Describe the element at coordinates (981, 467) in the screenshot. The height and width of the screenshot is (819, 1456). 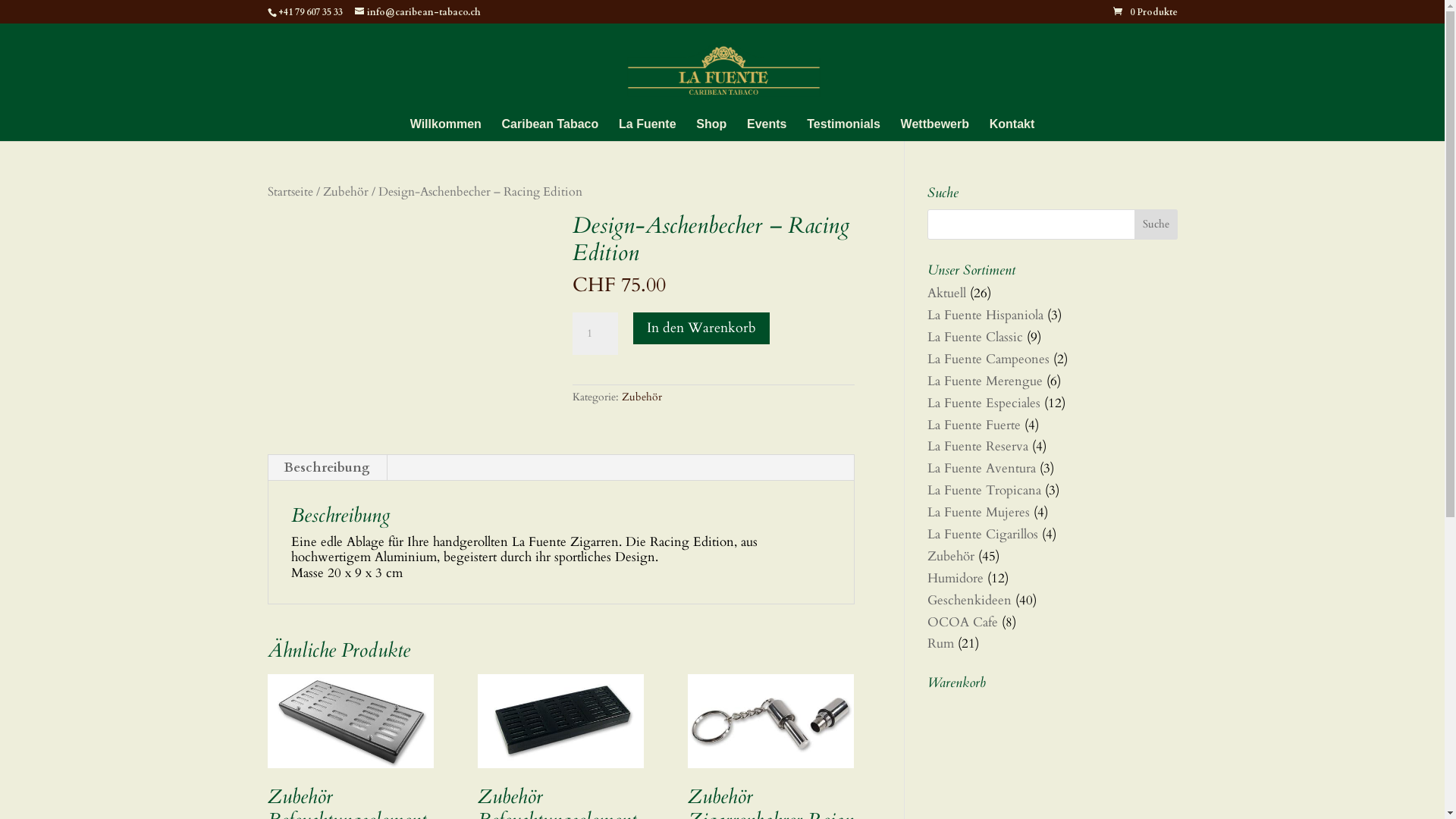
I see `'La Fuente Aventura'` at that location.